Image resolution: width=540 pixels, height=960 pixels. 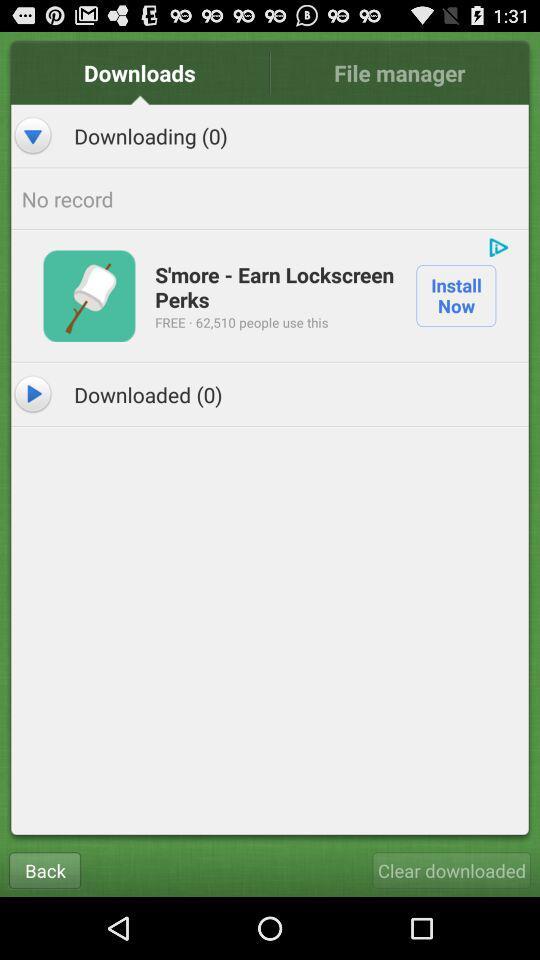 What do you see at coordinates (274, 285) in the screenshot?
I see `item to the left of the install now item` at bounding box center [274, 285].